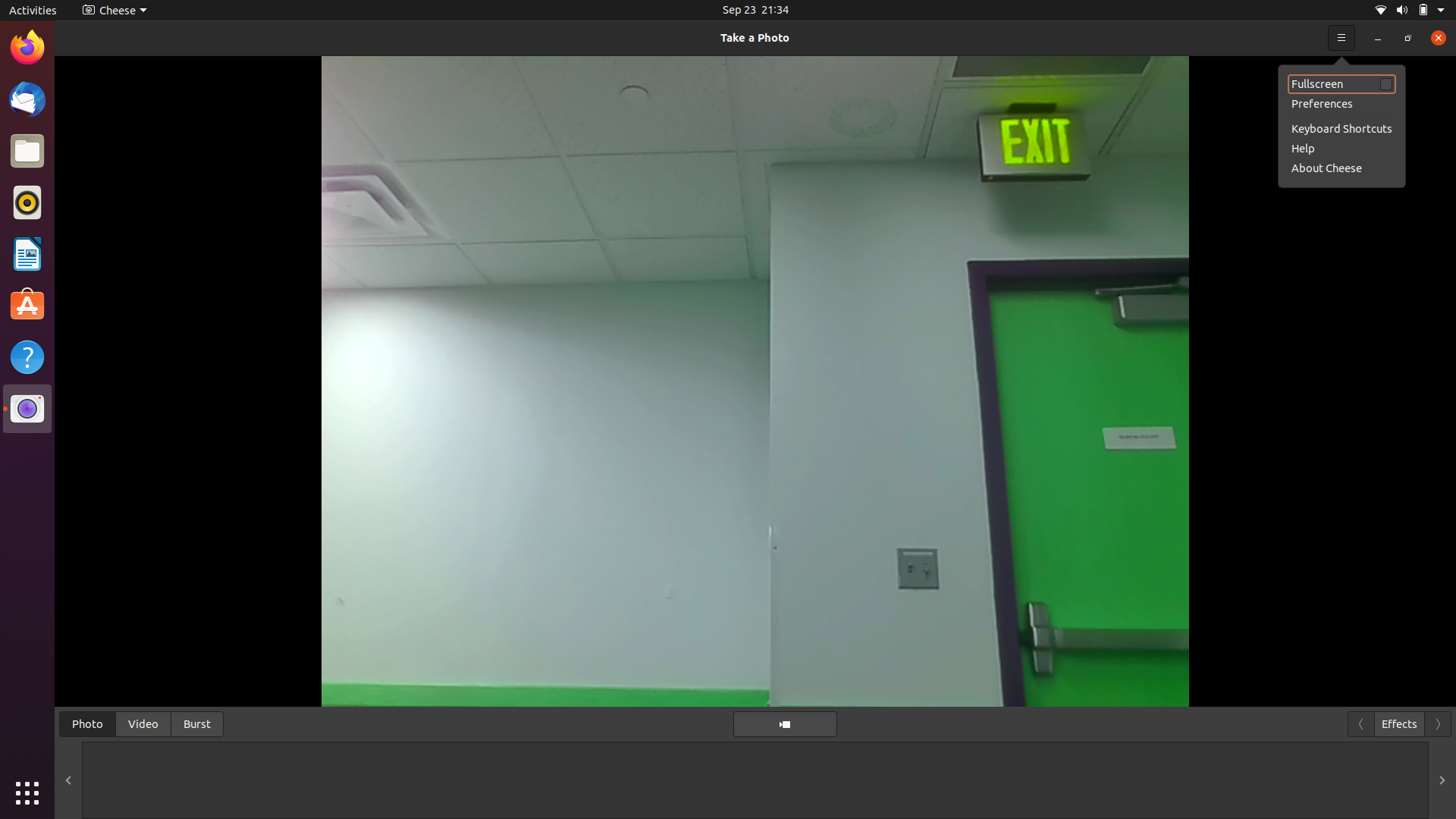 This screenshot has width=1456, height=819. What do you see at coordinates (1341, 103) in the screenshot?
I see `the preferences menu` at bounding box center [1341, 103].